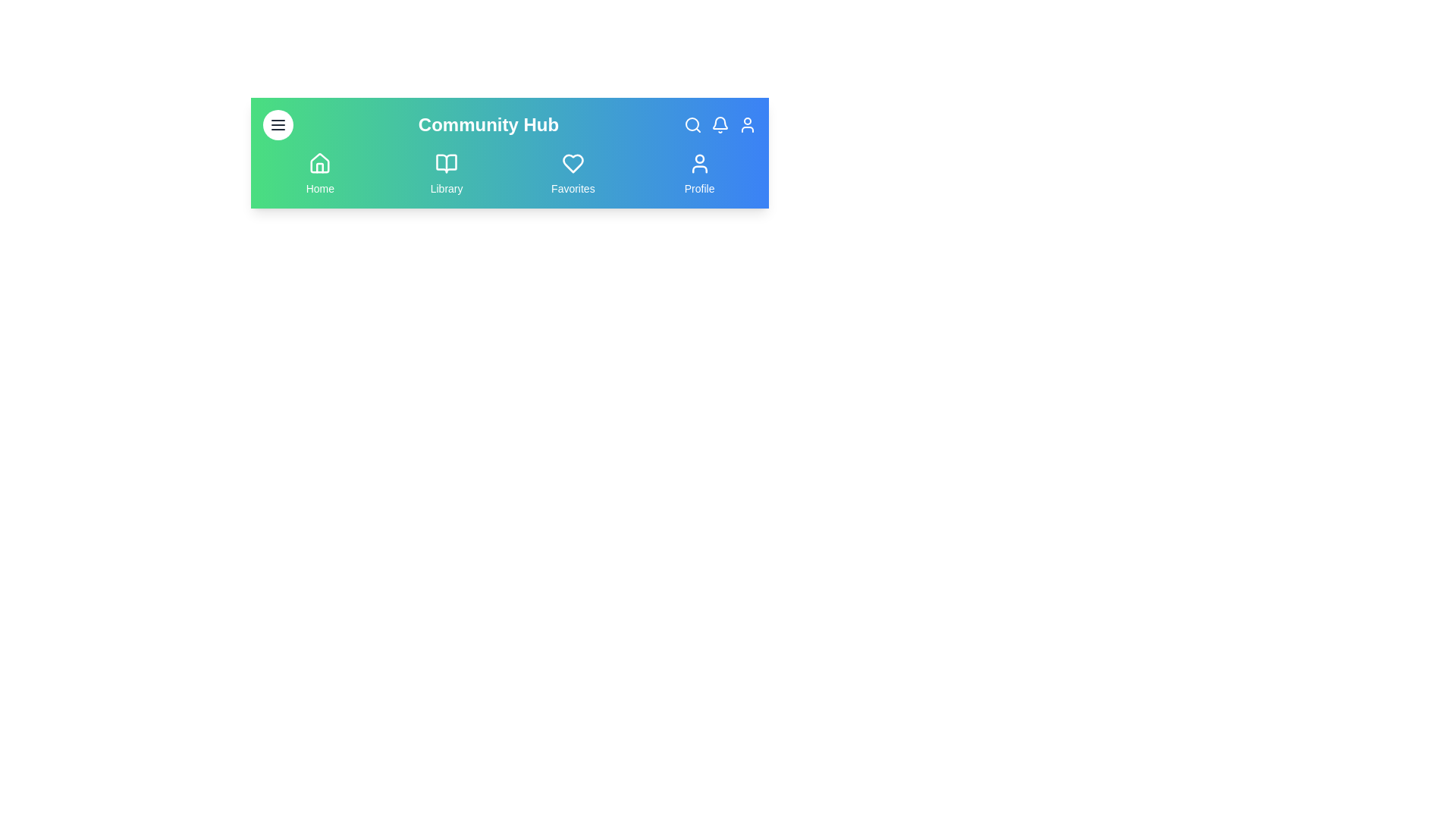 The image size is (1456, 819). Describe the element at coordinates (572, 174) in the screenshot. I see `the navigation menu item Favorites` at that location.